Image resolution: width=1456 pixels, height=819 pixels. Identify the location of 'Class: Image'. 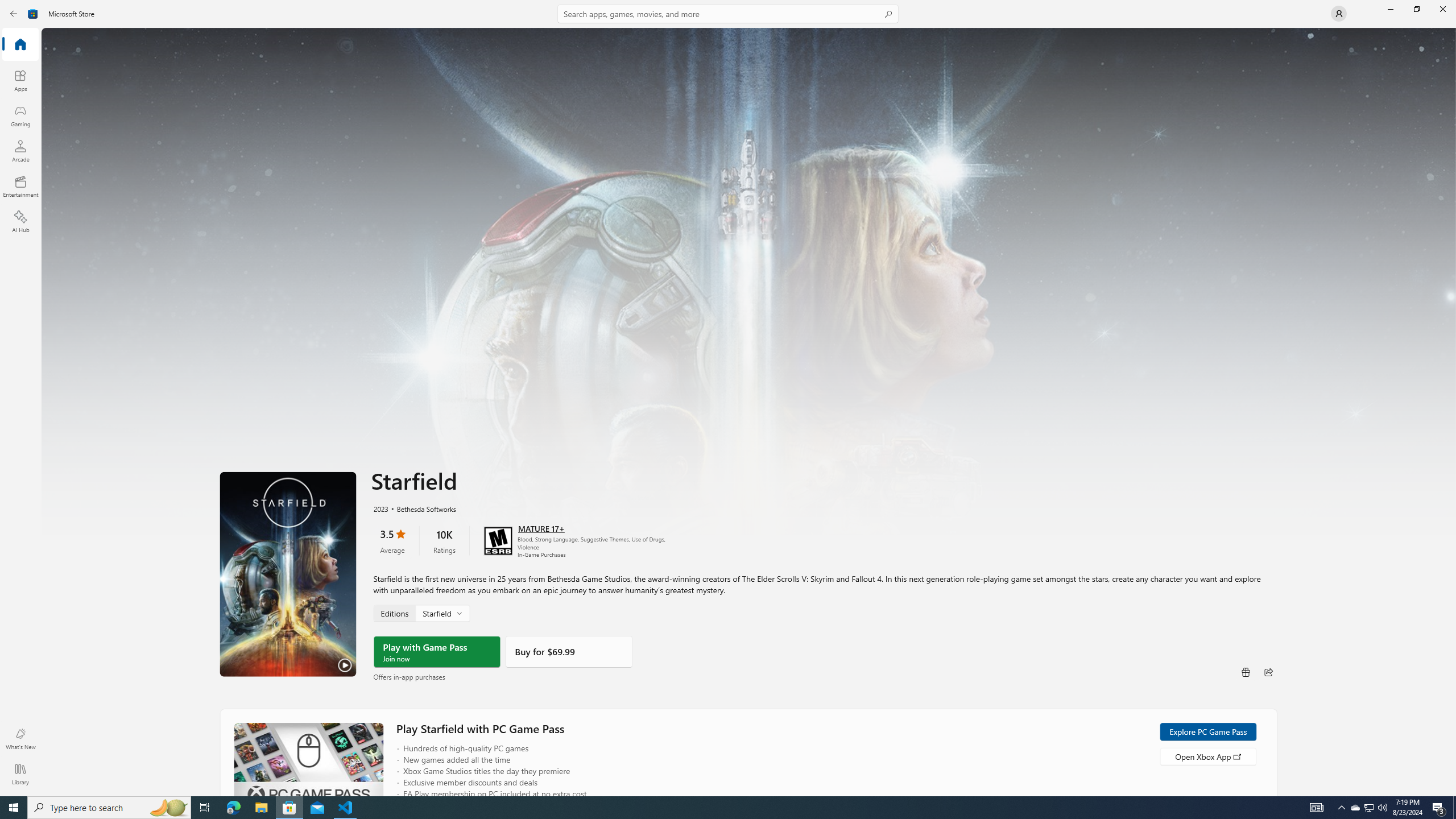
(32, 13).